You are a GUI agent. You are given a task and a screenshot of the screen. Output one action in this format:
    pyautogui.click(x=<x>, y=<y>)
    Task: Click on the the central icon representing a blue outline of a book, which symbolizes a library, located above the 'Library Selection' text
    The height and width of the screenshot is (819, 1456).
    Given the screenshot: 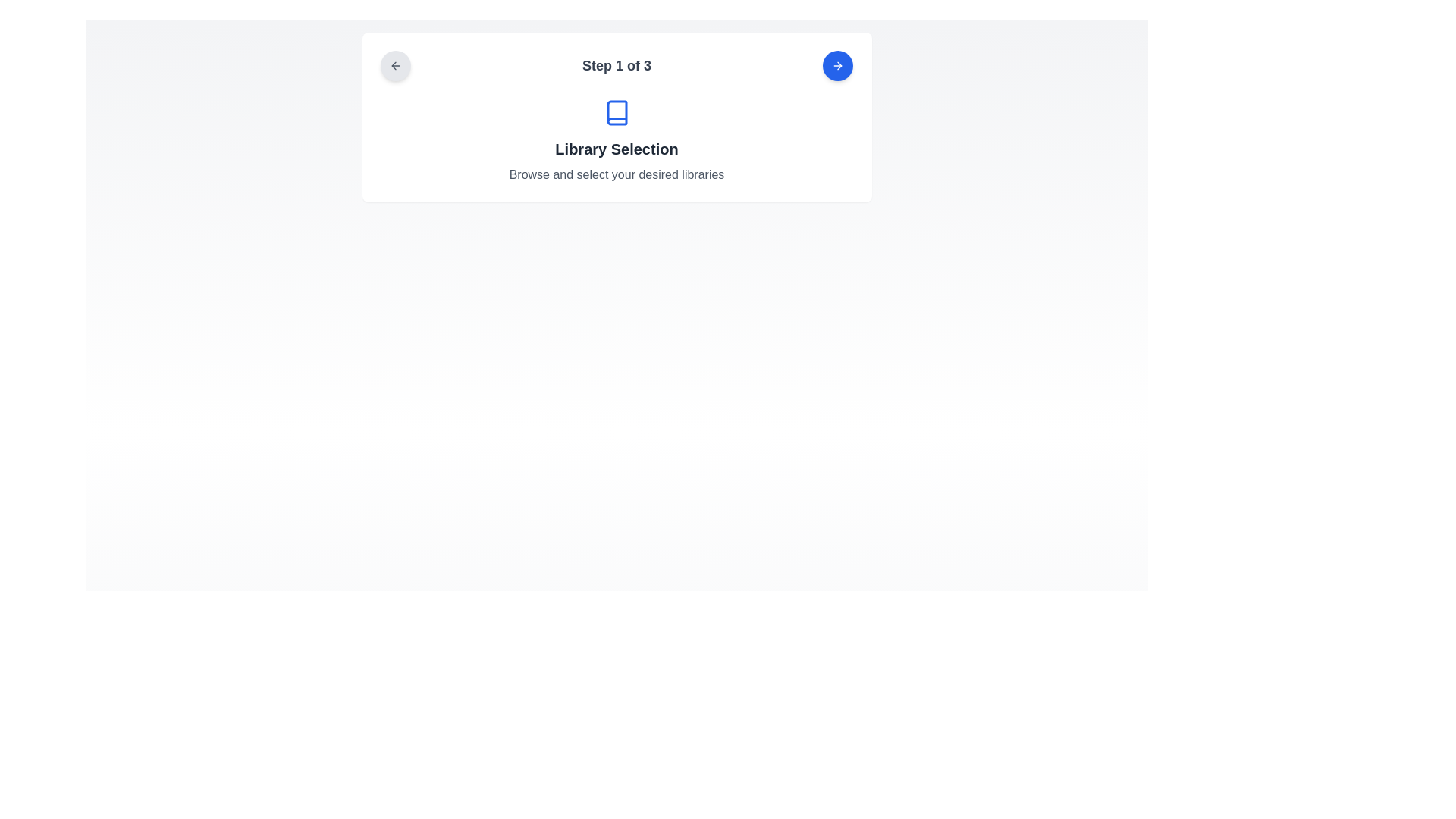 What is the action you would take?
    pyautogui.click(x=617, y=112)
    